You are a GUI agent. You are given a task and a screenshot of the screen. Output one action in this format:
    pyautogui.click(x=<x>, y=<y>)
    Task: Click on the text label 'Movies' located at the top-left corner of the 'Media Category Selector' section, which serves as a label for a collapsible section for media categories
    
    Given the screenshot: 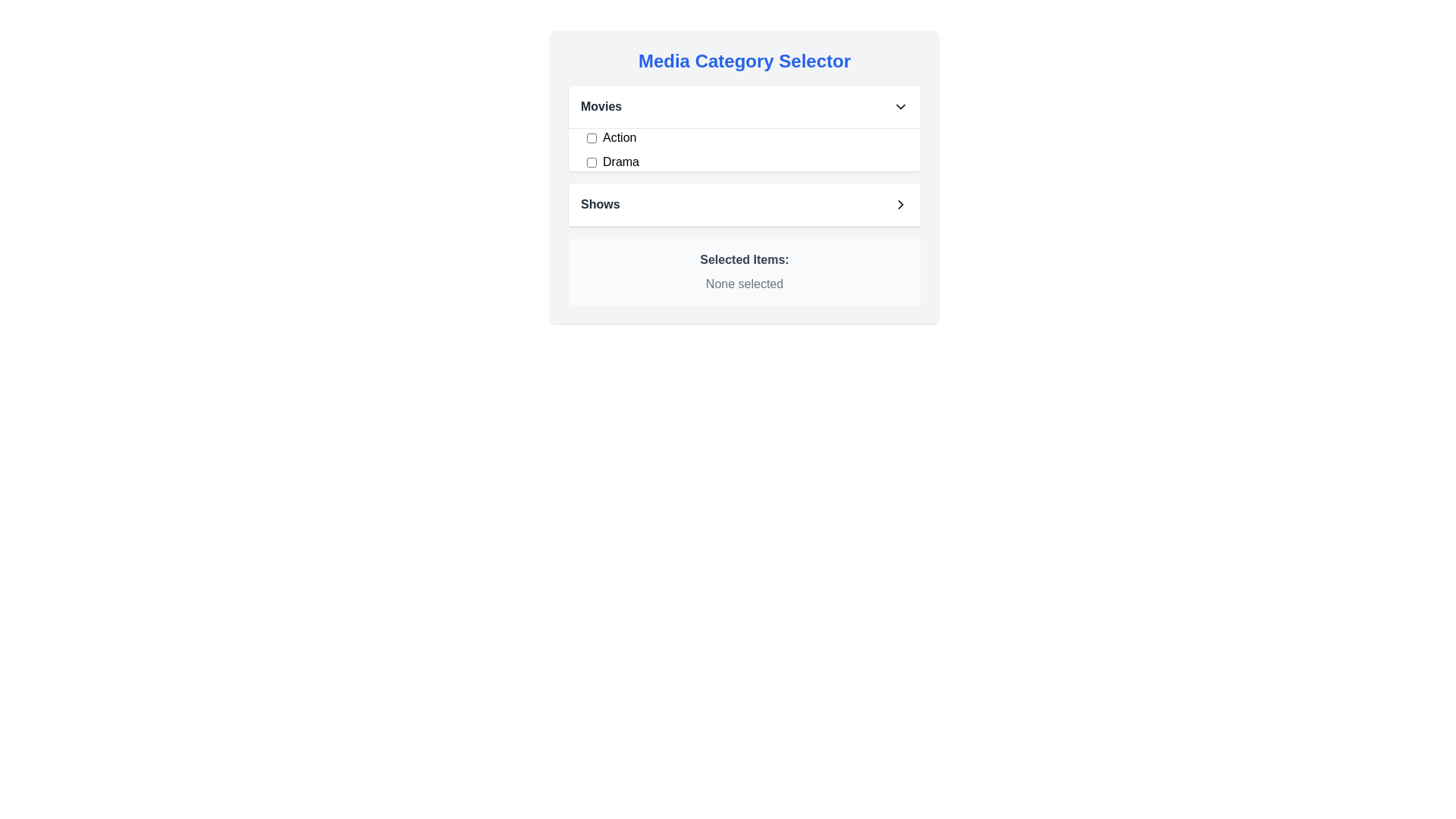 What is the action you would take?
    pyautogui.click(x=601, y=106)
    